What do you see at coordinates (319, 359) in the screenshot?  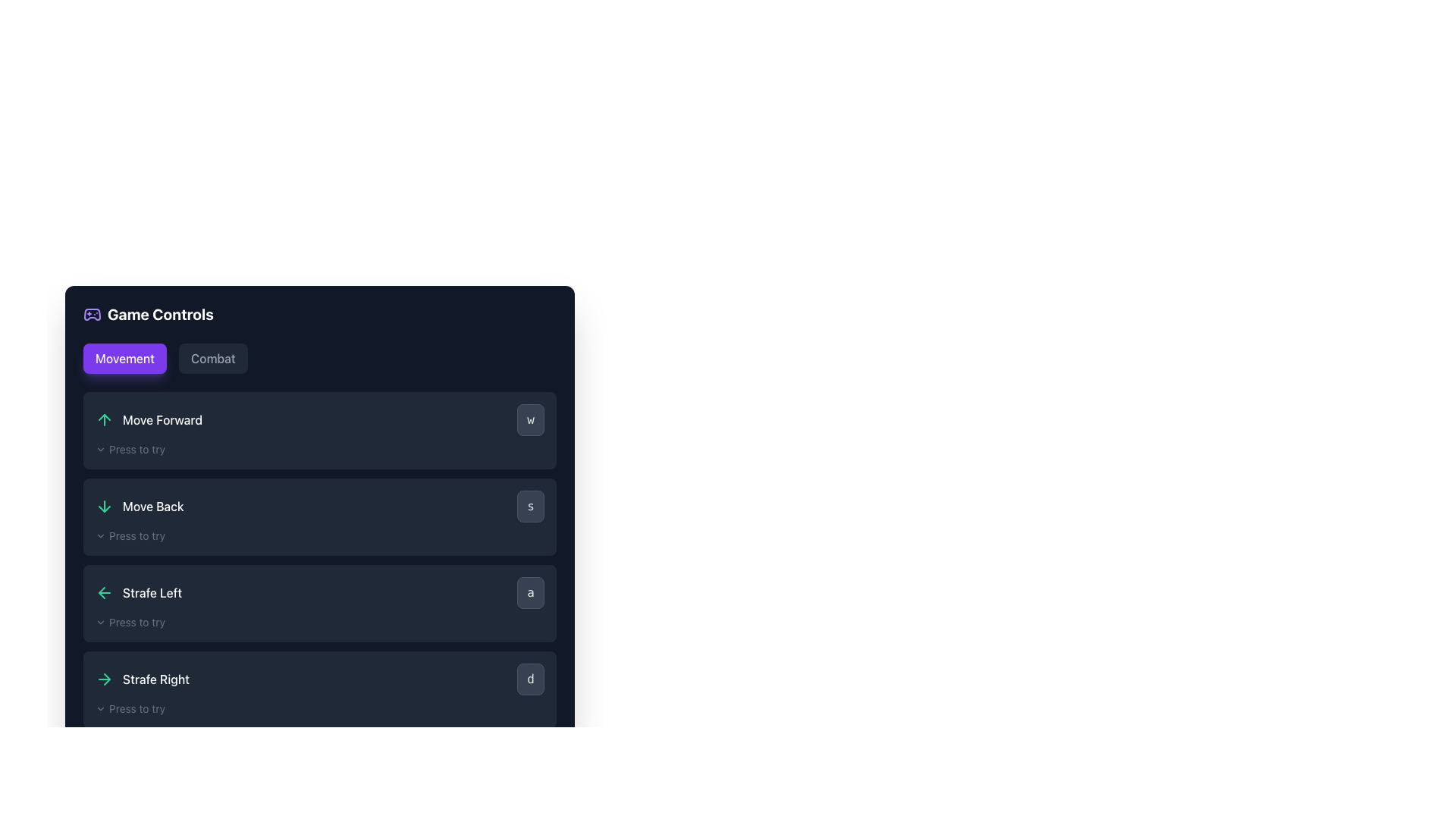 I see `the 'Movement' and 'Combat' tab buttons in the Tab navigation` at bounding box center [319, 359].